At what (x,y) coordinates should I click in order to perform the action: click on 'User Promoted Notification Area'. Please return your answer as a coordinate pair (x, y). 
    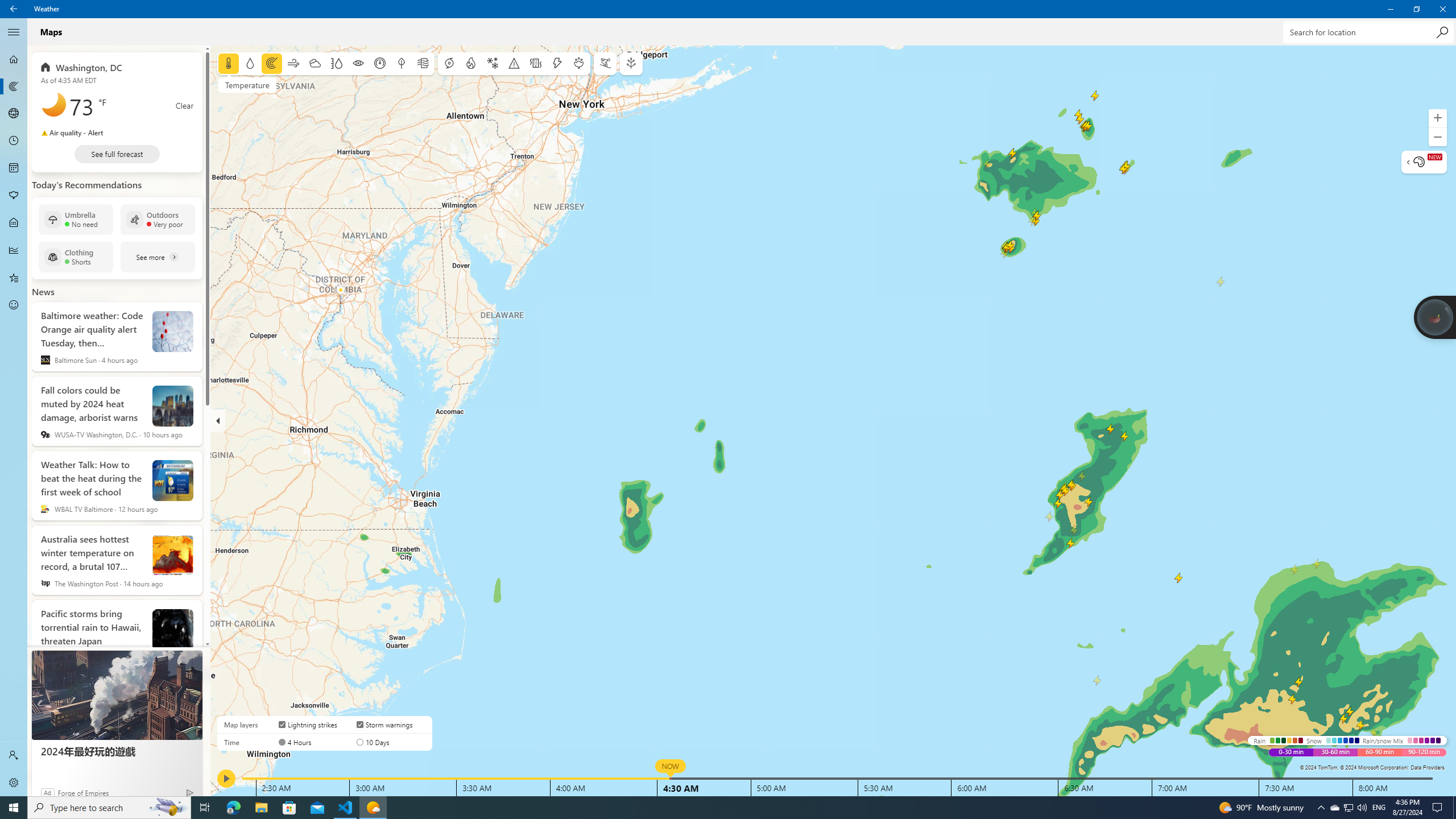
    Looking at the image, I should click on (1347, 806).